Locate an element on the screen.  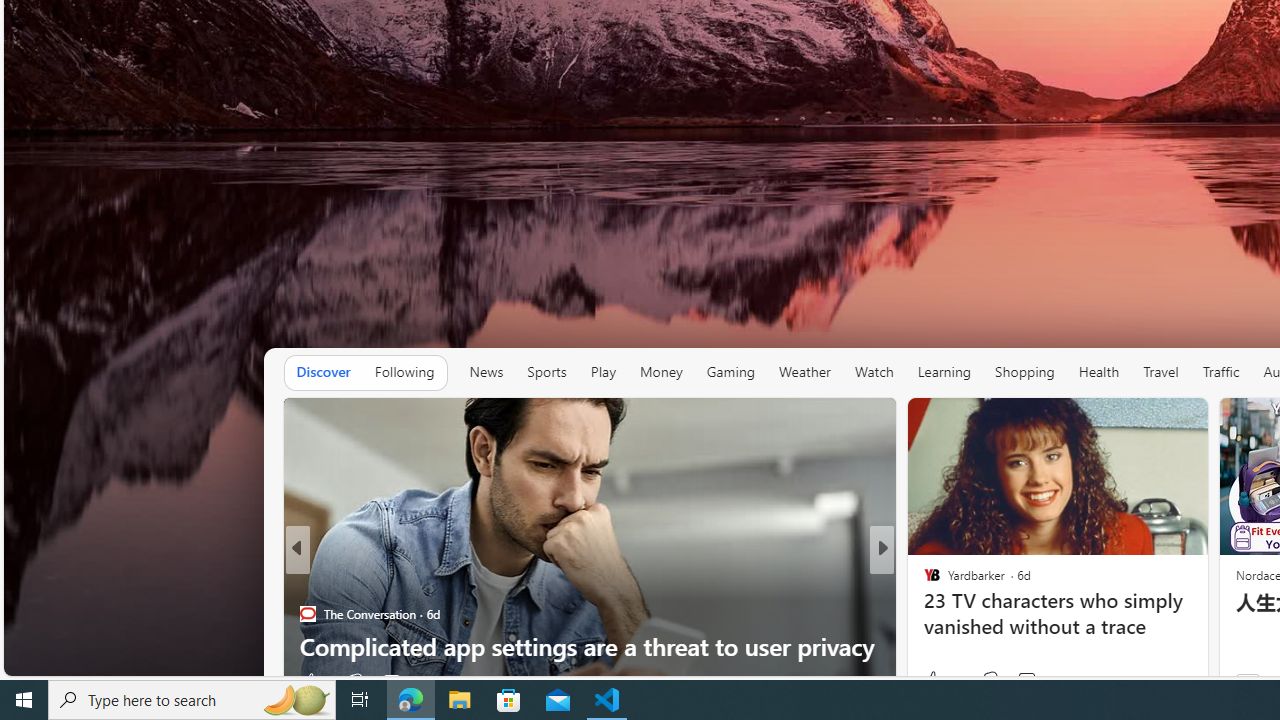
'Health' is located at coordinates (1097, 372).